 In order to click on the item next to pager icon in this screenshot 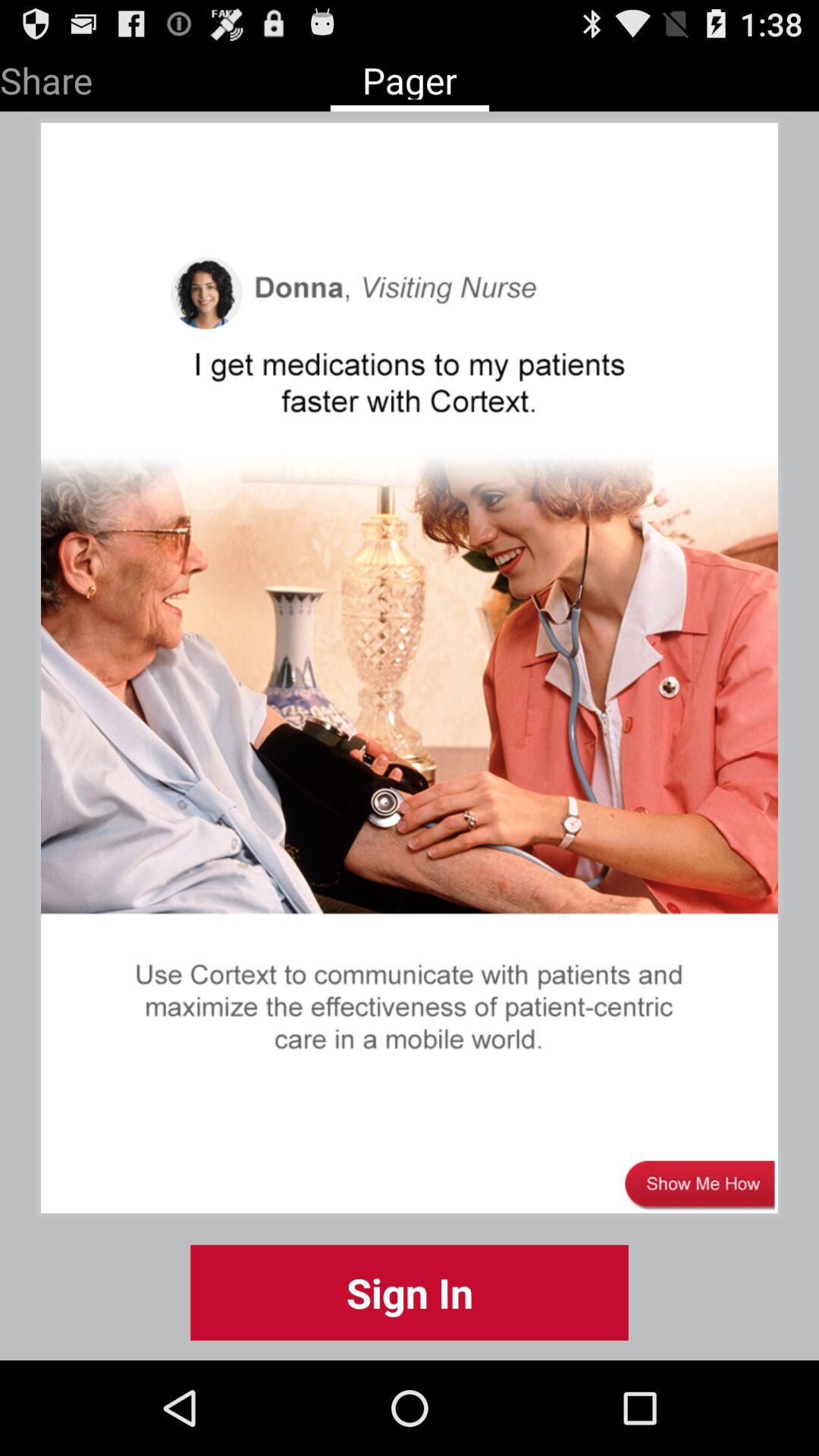, I will do `click(45, 77)`.